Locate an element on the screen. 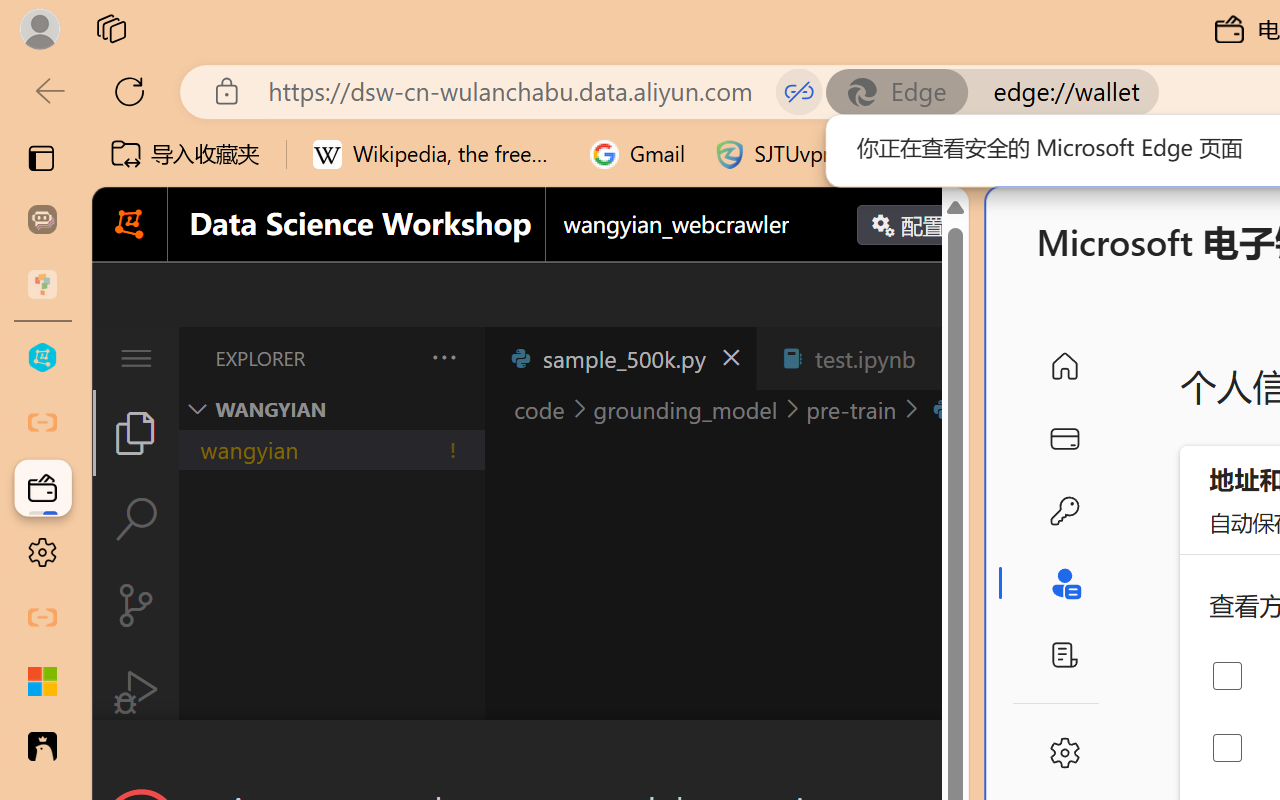  'Search (Ctrl+Shift+F)' is located at coordinates (134, 518).